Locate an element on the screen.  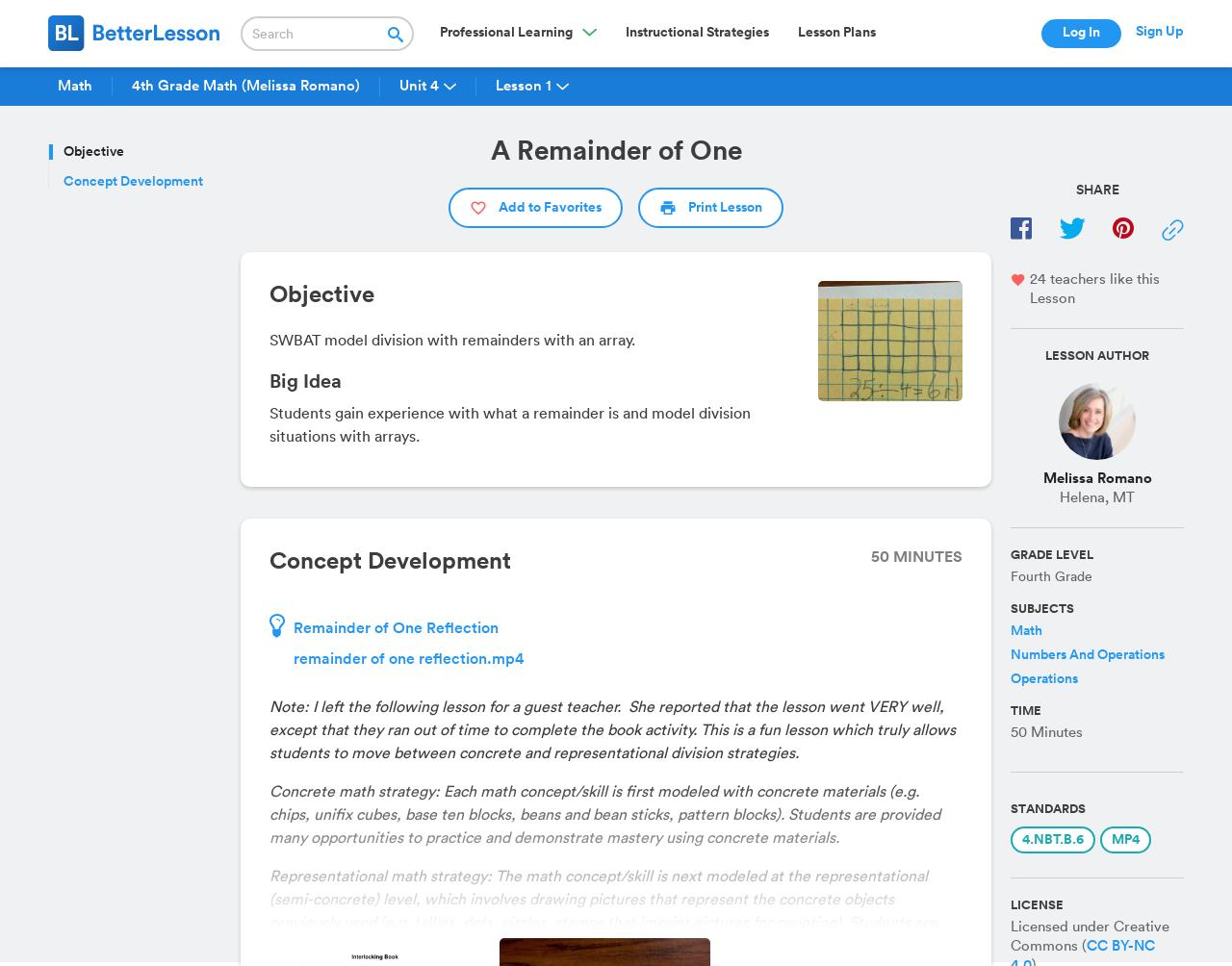
'SWBAT model division with remainders with an array.' is located at coordinates (451, 341).